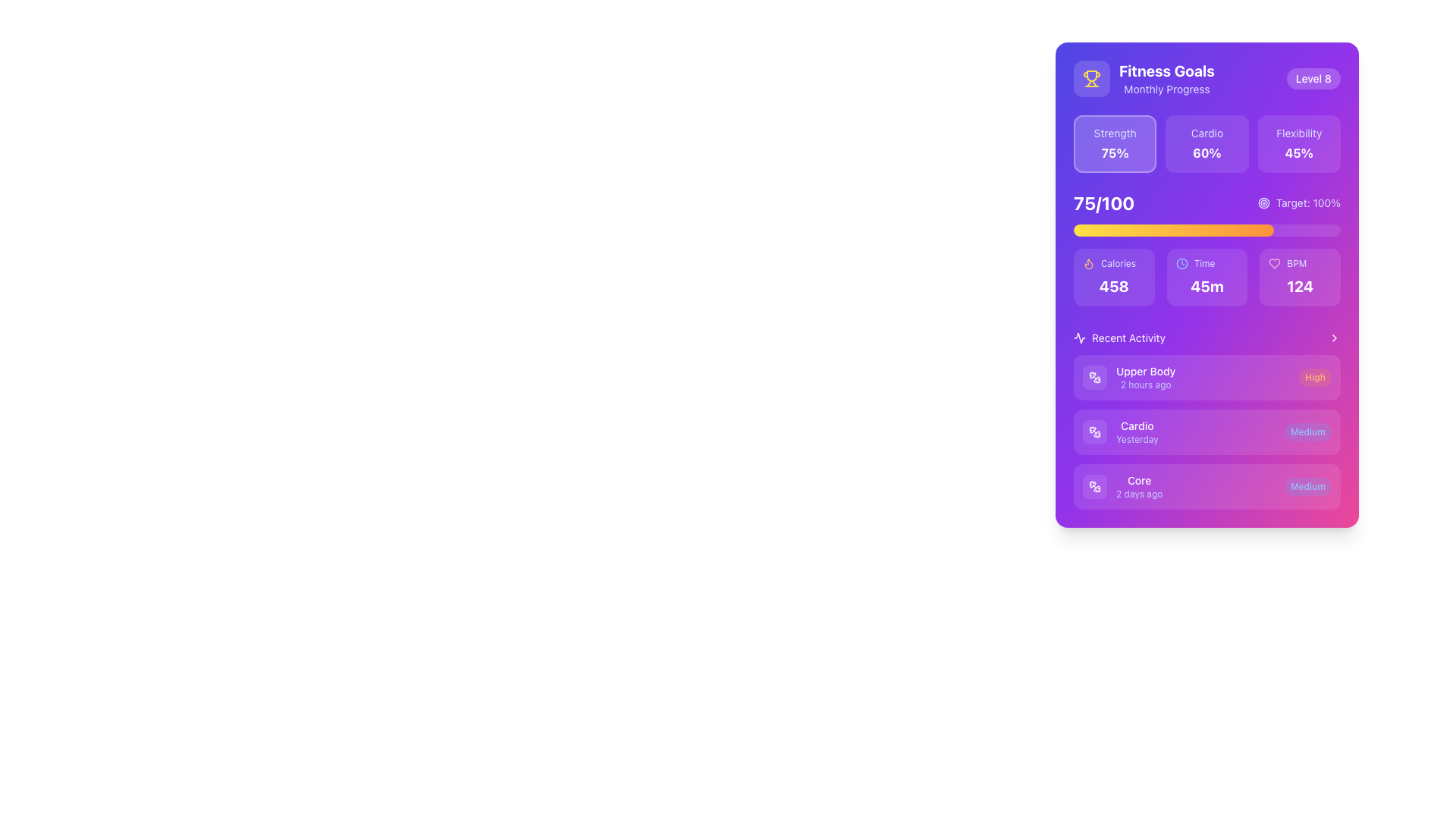 Image resolution: width=1456 pixels, height=819 pixels. I want to click on text of the label styled as a pill shape with 'Medium' in light blue color, located on the far-right side of the card that includes 'Core' and '2 days ago', so click(1307, 486).